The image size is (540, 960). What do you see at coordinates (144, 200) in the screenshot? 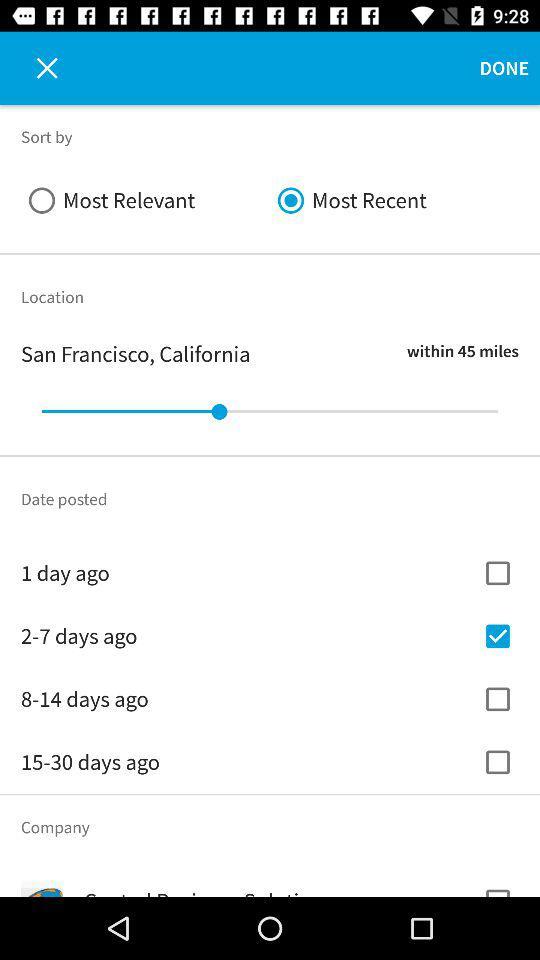
I see `the most relevant icon` at bounding box center [144, 200].